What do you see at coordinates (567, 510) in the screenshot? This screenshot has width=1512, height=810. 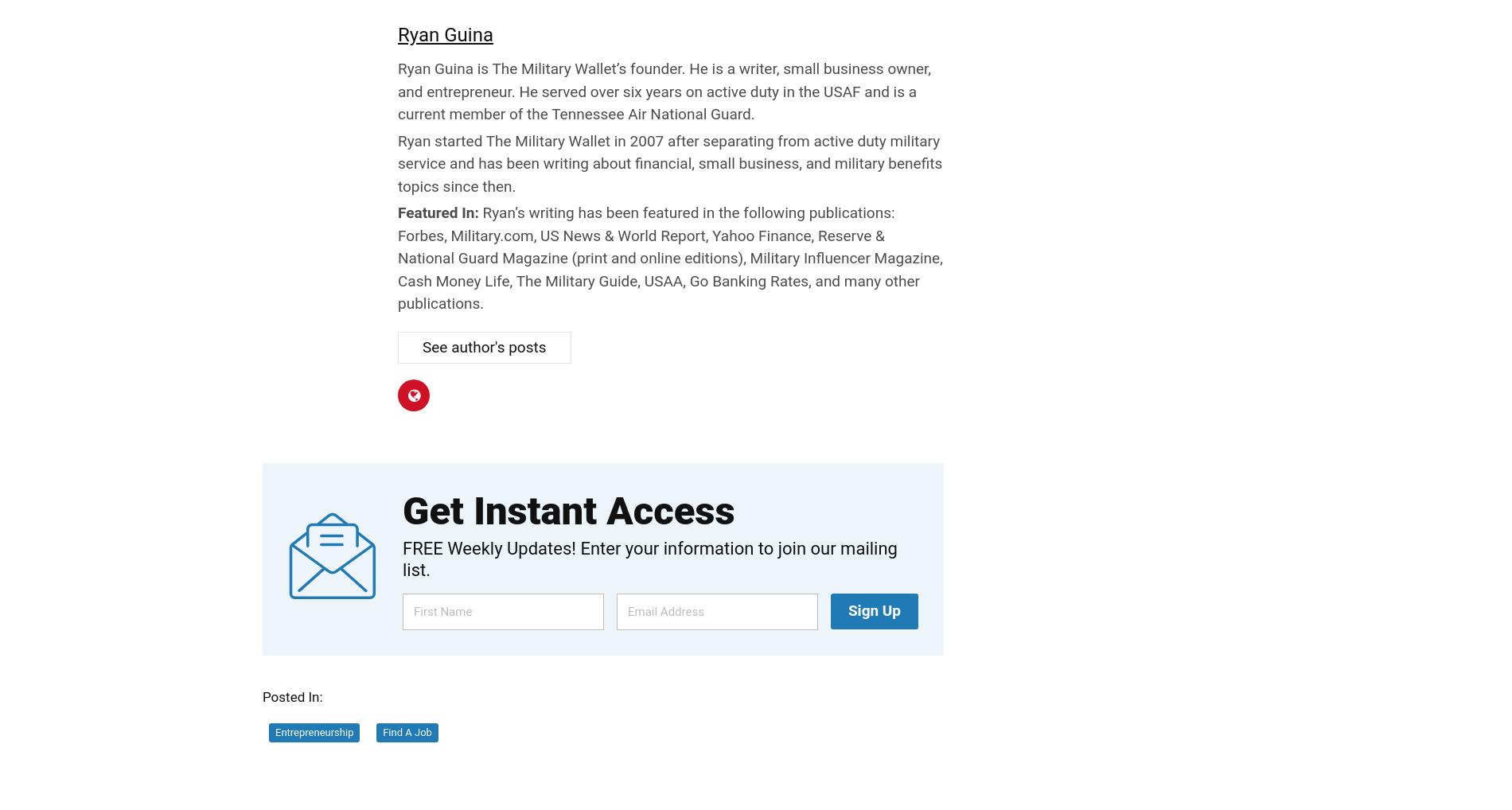 I see `'Get Instant Access'` at bounding box center [567, 510].